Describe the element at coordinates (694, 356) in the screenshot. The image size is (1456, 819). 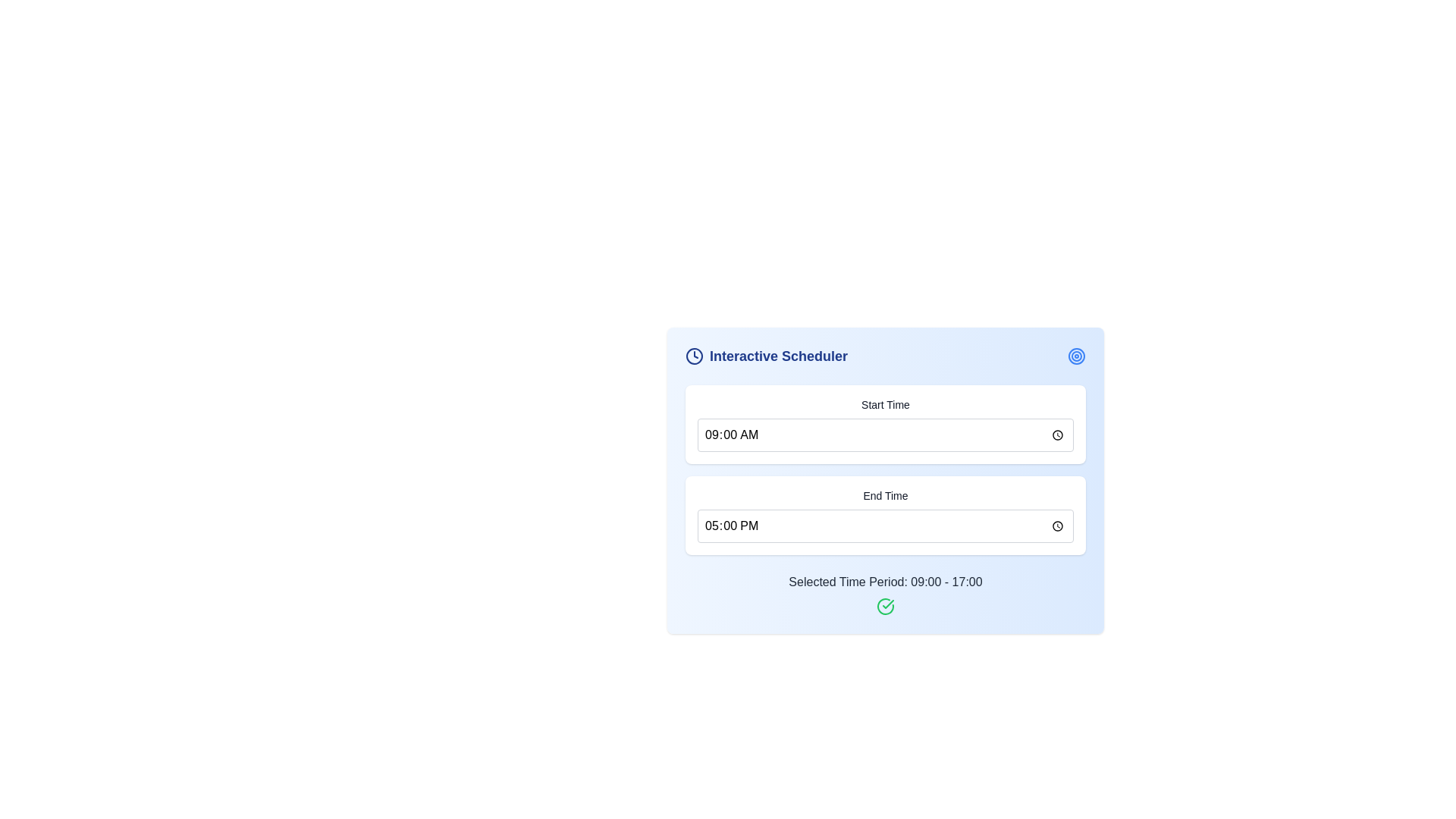
I see `the SVG circle that represents the clock icon, which is located in the top-left area of the content card next to the 'Interactive Scheduler' text` at that location.